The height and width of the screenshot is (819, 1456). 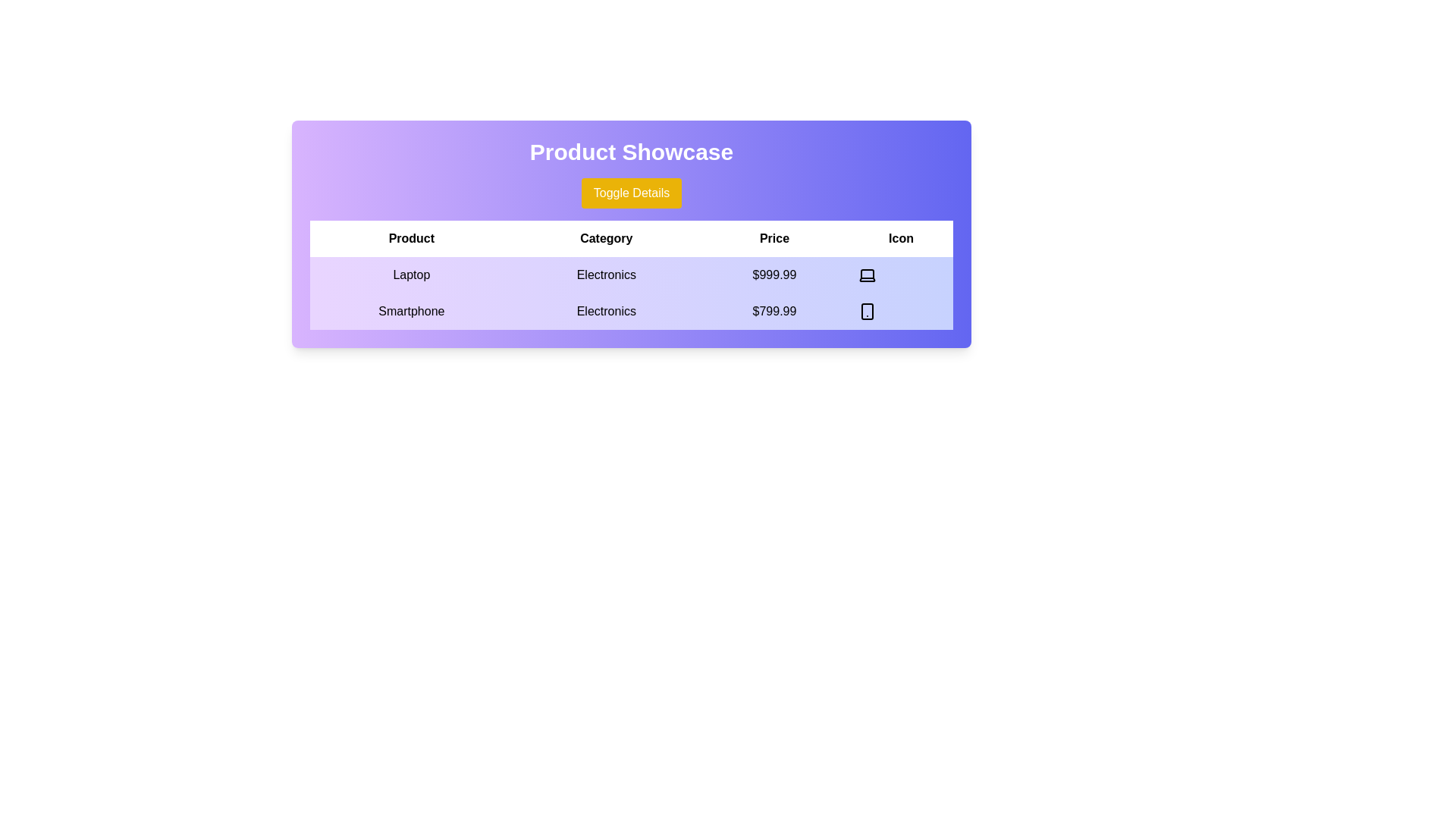 I want to click on the first icon in the 'Icon' column that represents the product category 'Laptop', so click(x=867, y=275).